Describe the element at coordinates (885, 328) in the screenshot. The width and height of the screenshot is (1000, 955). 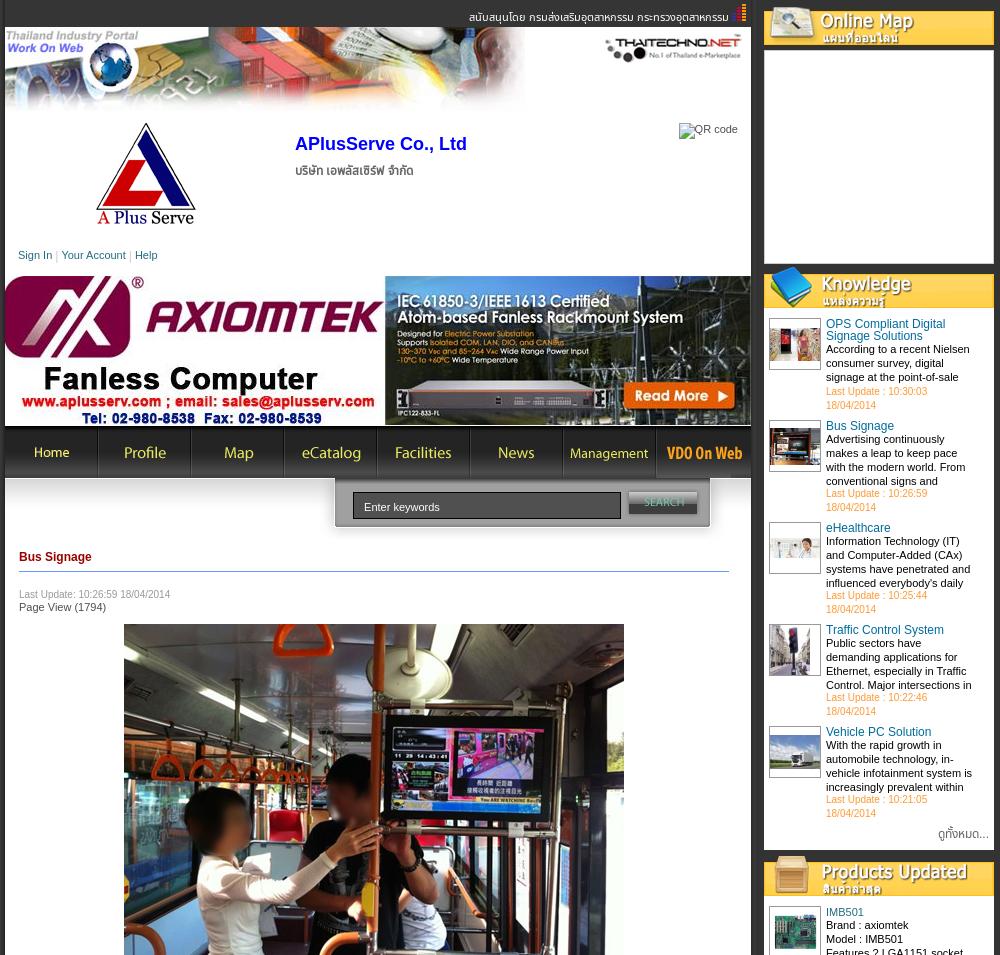
I see `'OPS Compliant Digital Signage Solutions'` at that location.